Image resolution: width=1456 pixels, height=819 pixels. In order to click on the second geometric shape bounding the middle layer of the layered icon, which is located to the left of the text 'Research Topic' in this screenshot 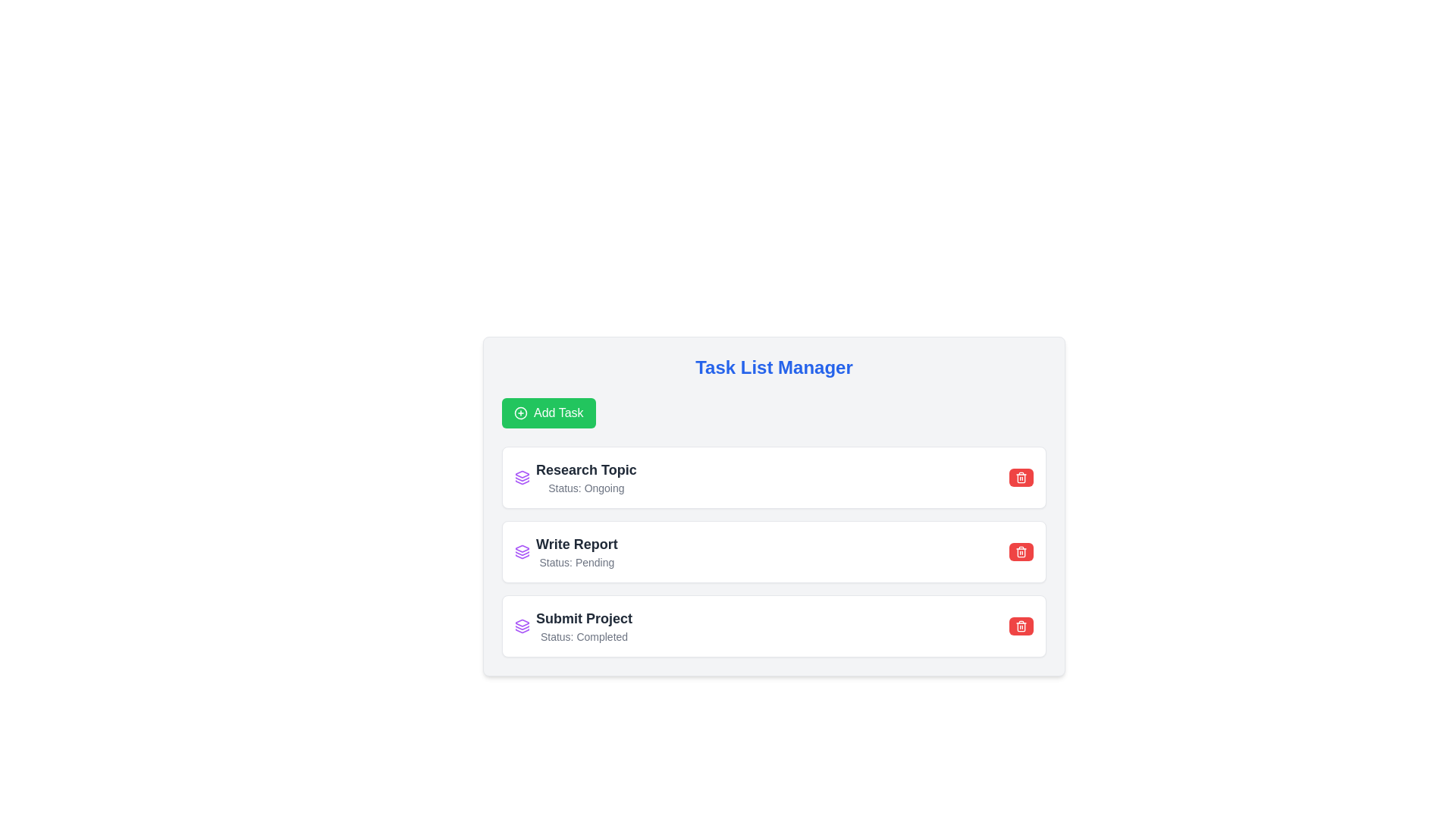, I will do `click(522, 554)`.